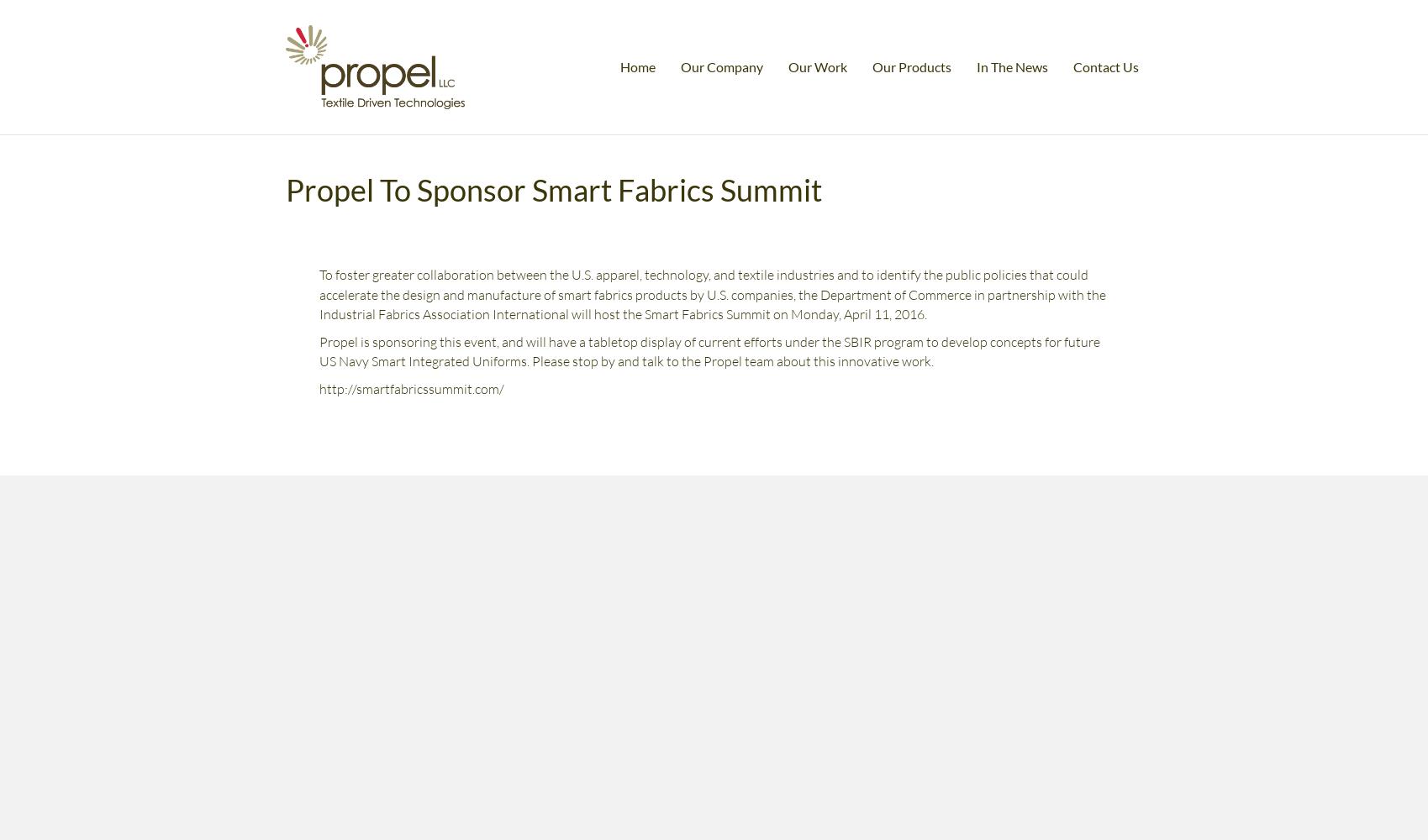  I want to click on 'In The News', so click(1012, 65).